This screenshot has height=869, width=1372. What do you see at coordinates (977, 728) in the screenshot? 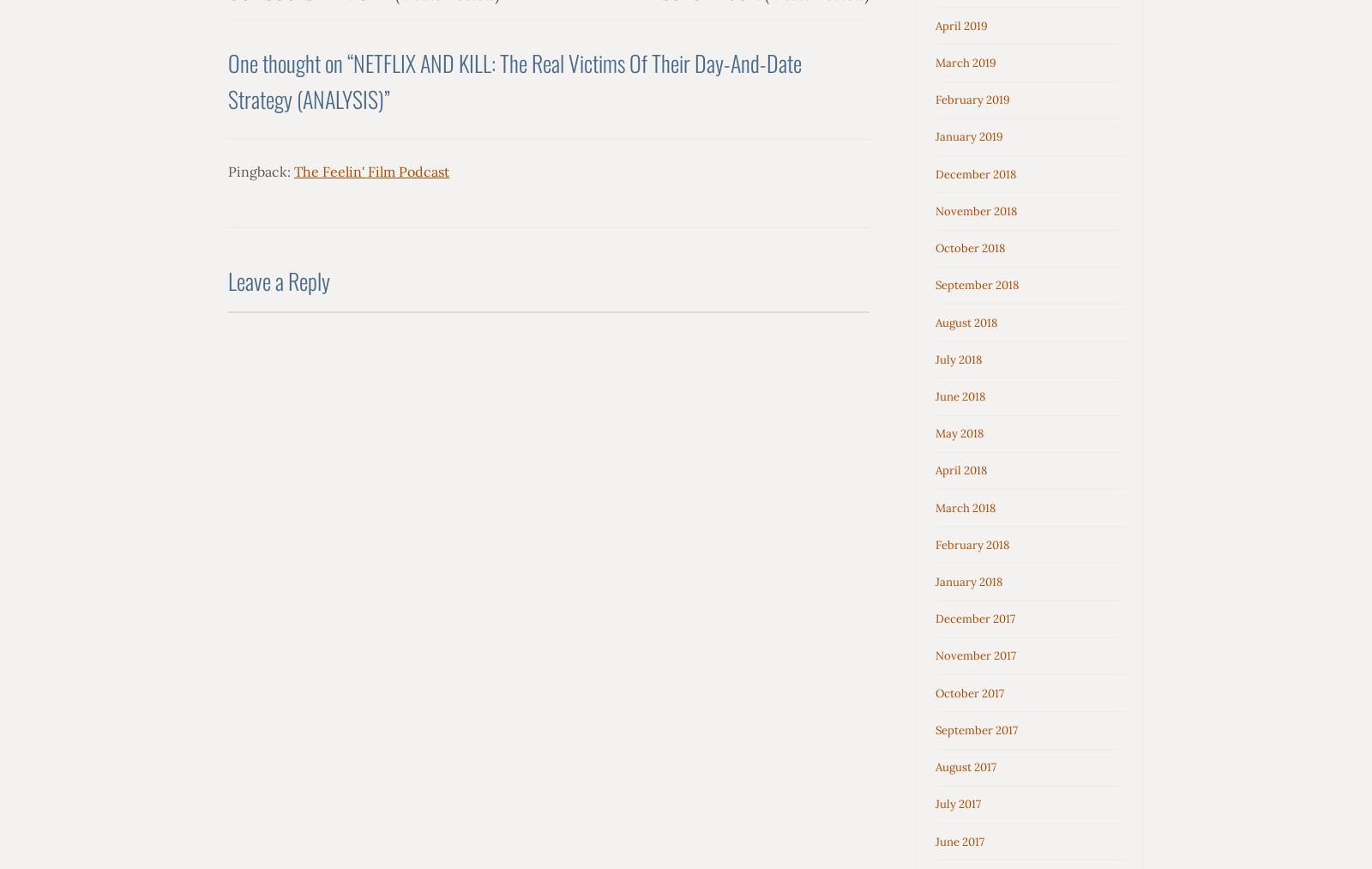
I see `'September 2017'` at bounding box center [977, 728].